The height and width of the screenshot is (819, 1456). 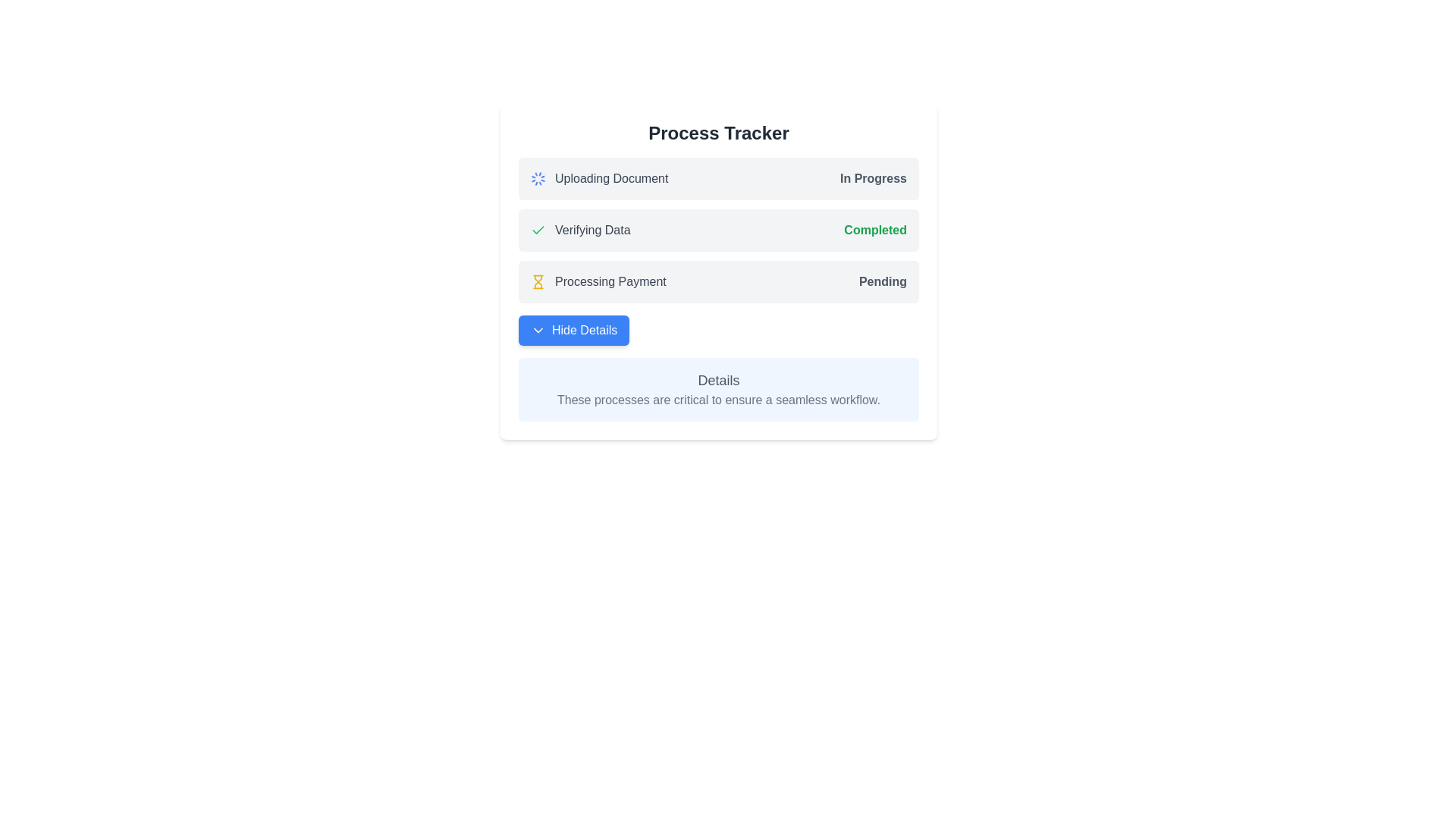 What do you see at coordinates (611, 177) in the screenshot?
I see `the status update of the text label displaying 'Uploading Document', which is located to the right of a spinning loader icon in the 'Process Tracker' card layout` at bounding box center [611, 177].